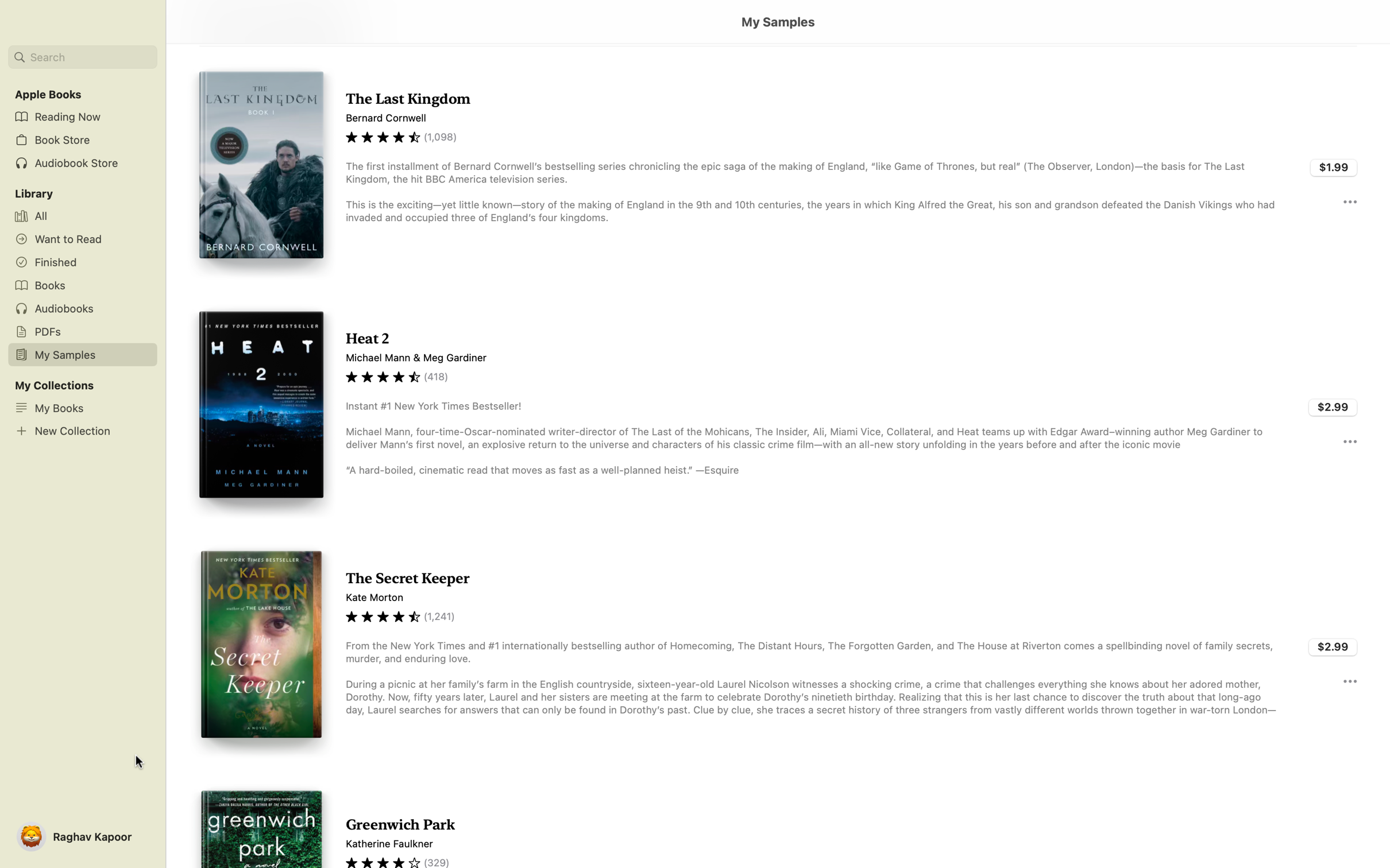  Describe the element at coordinates (4536265, 926156) in the screenshot. I see `Navigate and view additional settings for "Heat 2` at that location.